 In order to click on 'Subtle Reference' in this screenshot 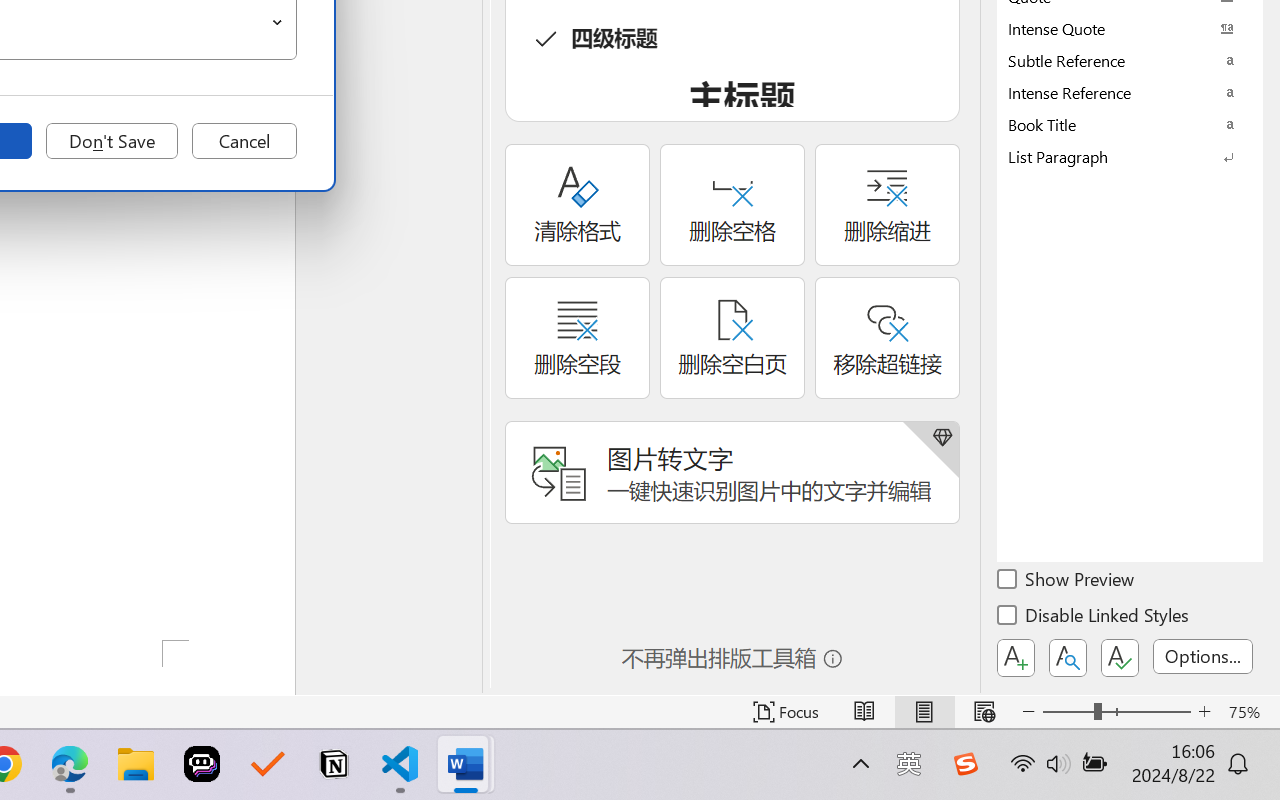, I will do `click(1130, 59)`.